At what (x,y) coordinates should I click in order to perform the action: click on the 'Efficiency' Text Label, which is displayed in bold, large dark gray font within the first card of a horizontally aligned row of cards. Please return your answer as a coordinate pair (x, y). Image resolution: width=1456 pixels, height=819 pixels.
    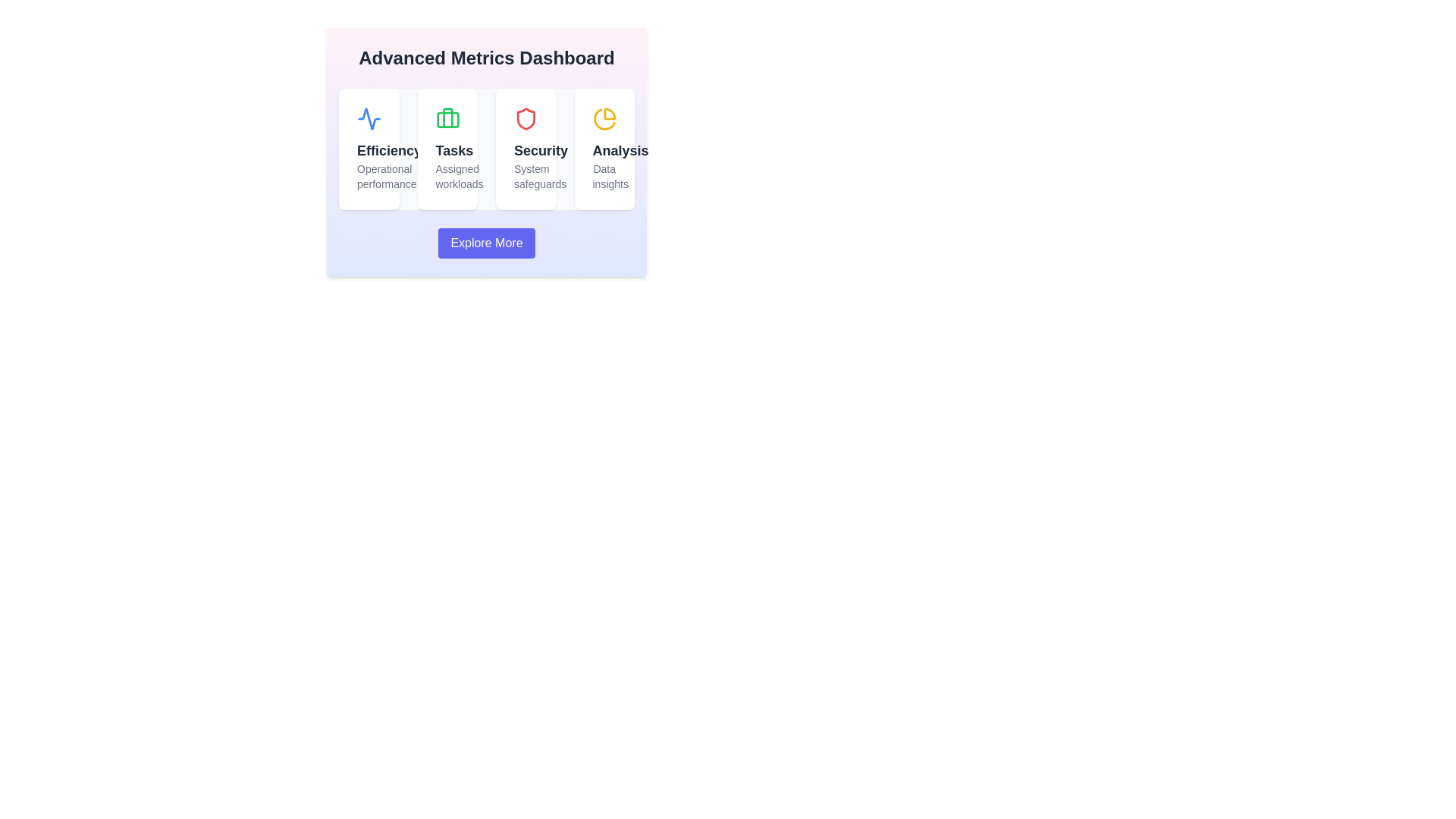
    Looking at the image, I should click on (369, 151).